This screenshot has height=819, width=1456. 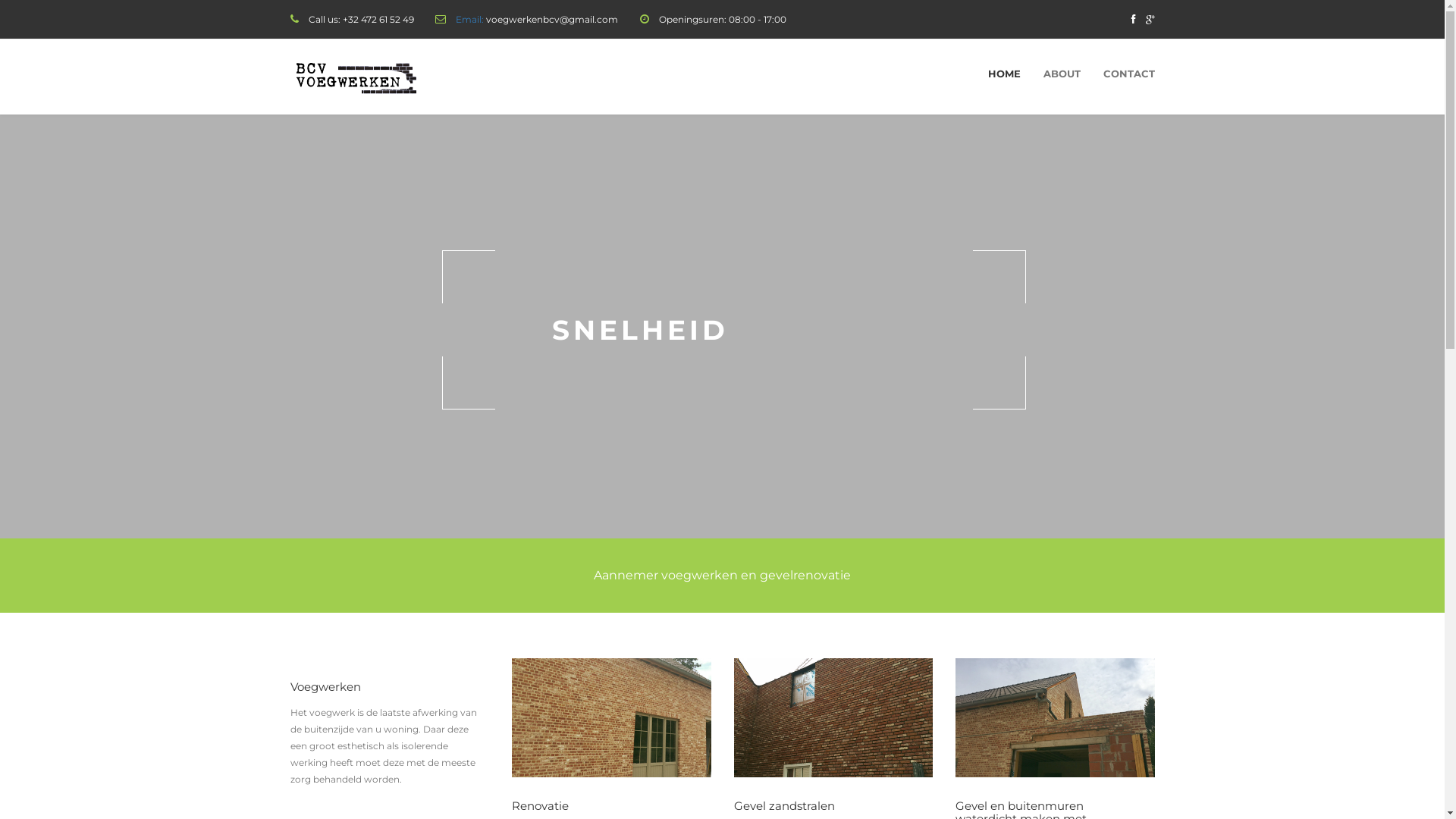 What do you see at coordinates (1004, 73) in the screenshot?
I see `'HOME'` at bounding box center [1004, 73].